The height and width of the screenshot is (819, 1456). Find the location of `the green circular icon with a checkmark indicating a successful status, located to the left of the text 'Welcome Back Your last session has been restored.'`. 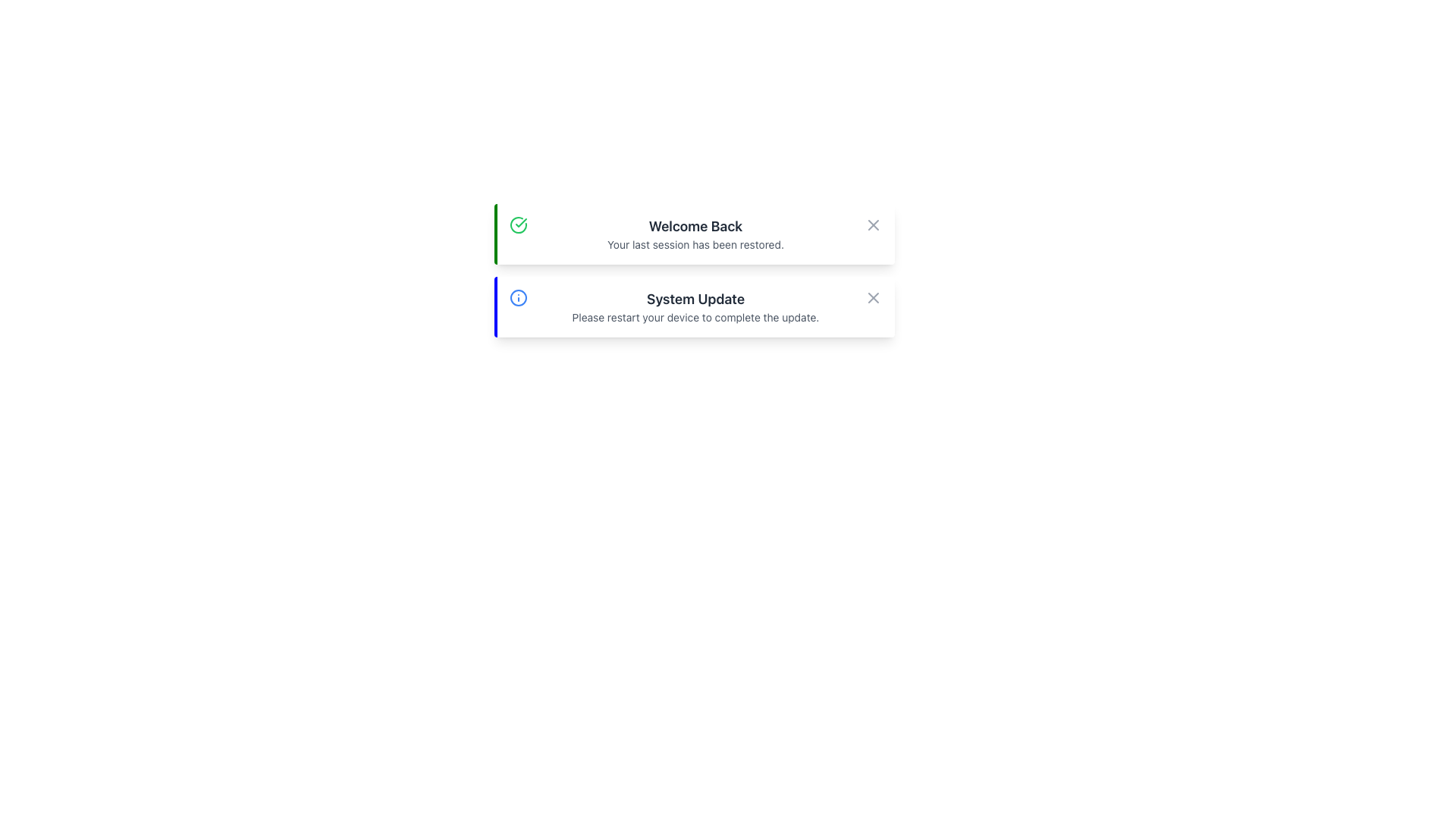

the green circular icon with a checkmark indicating a successful status, located to the left of the text 'Welcome Back Your last session has been restored.' is located at coordinates (518, 225).